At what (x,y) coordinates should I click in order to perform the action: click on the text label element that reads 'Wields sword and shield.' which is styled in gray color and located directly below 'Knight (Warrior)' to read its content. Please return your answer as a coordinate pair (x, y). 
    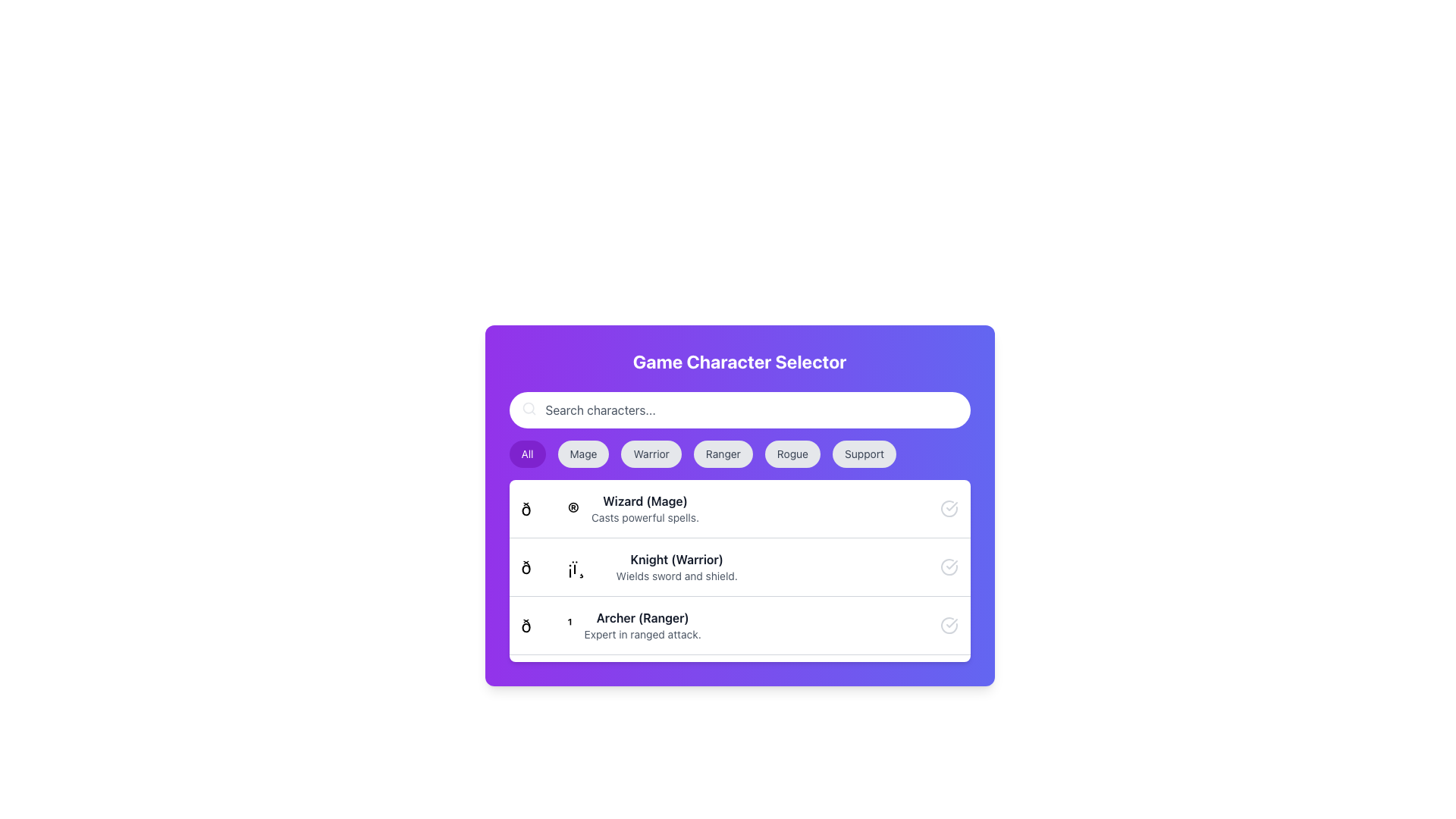
    Looking at the image, I should click on (676, 576).